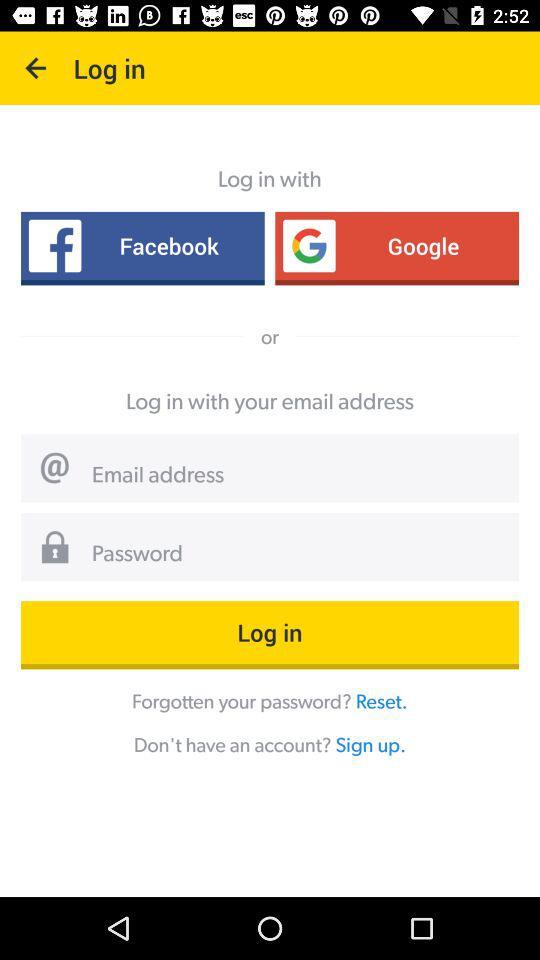 This screenshot has width=540, height=960. What do you see at coordinates (369, 743) in the screenshot?
I see `sign up. icon` at bounding box center [369, 743].